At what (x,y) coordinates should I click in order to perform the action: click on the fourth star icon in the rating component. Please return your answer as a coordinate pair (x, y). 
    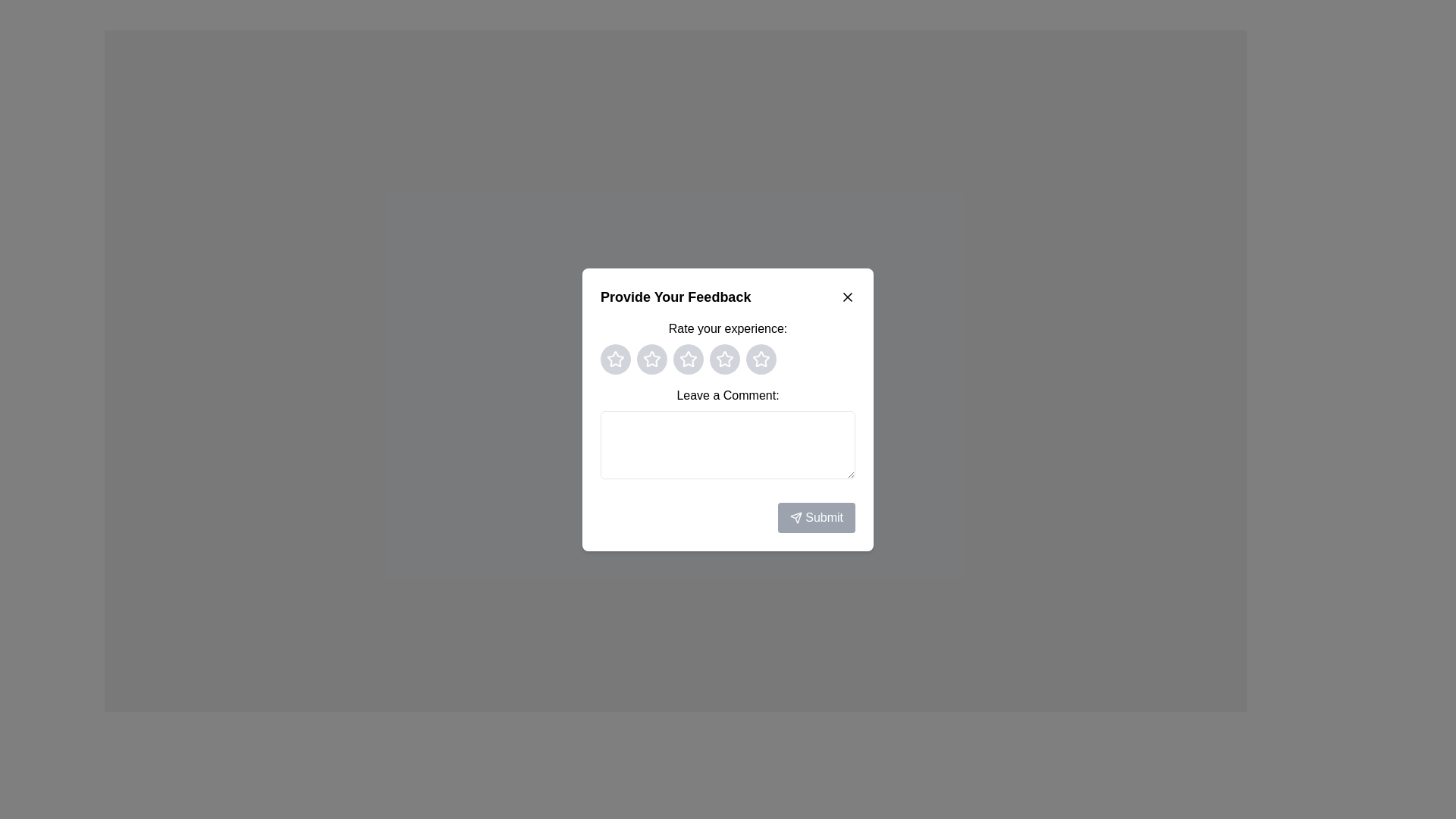
    Looking at the image, I should click on (761, 359).